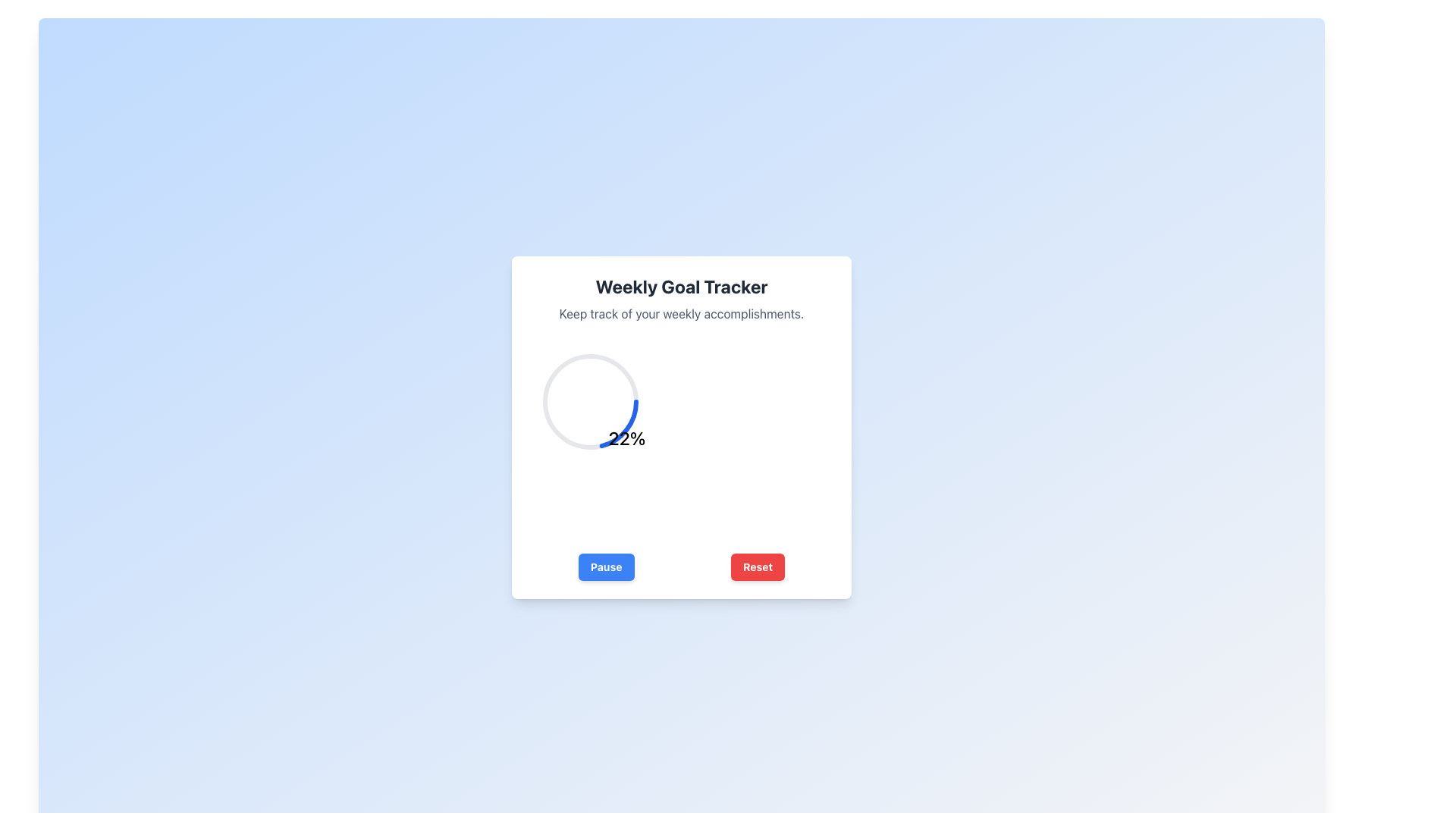  I want to click on the pause button located to the left of the red 'Reset' button in the 'Weekly Goal Tracker' panel to temporarily halt the ongoing process, so click(605, 567).